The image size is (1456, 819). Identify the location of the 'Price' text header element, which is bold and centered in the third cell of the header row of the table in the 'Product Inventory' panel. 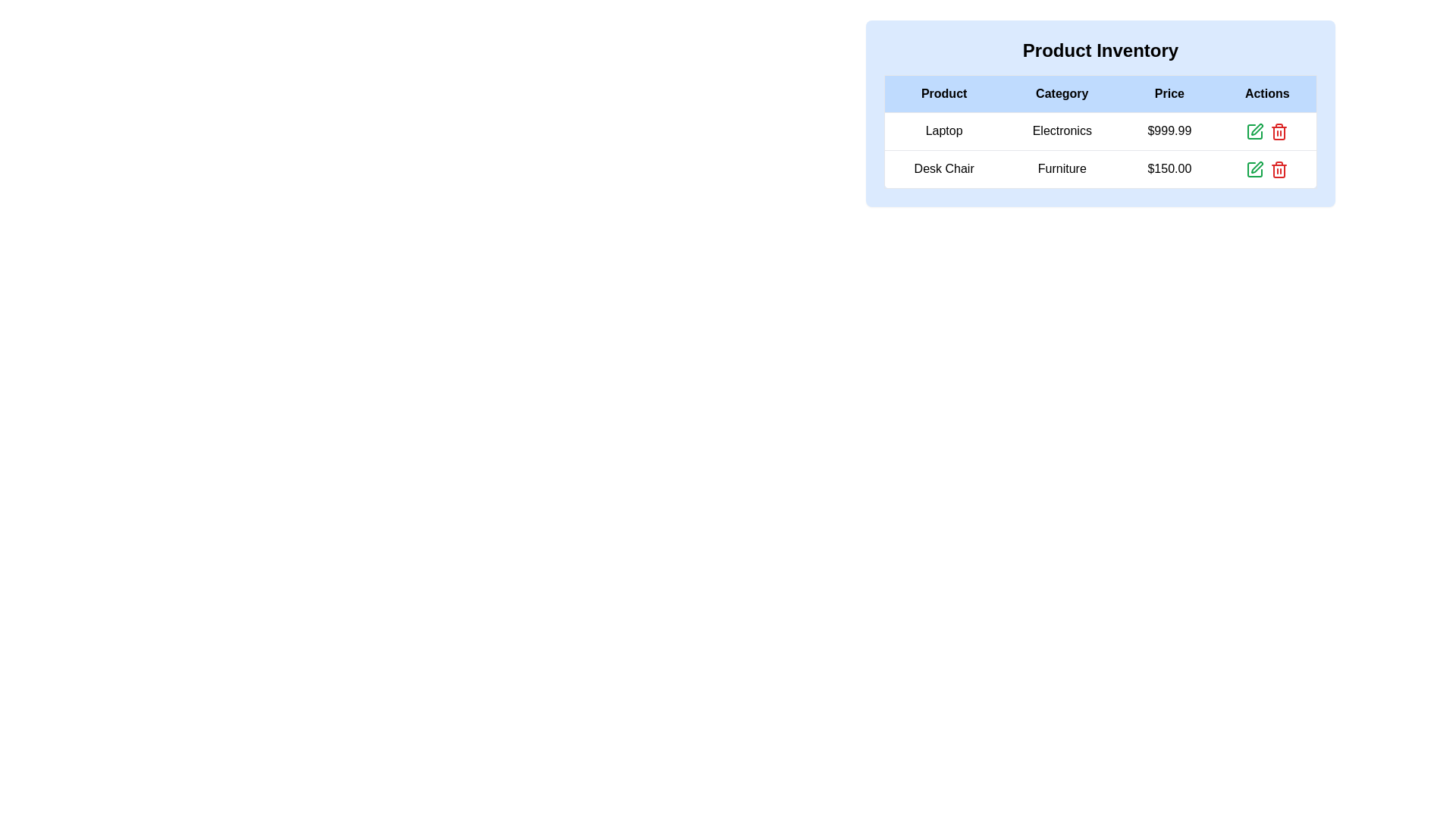
(1169, 93).